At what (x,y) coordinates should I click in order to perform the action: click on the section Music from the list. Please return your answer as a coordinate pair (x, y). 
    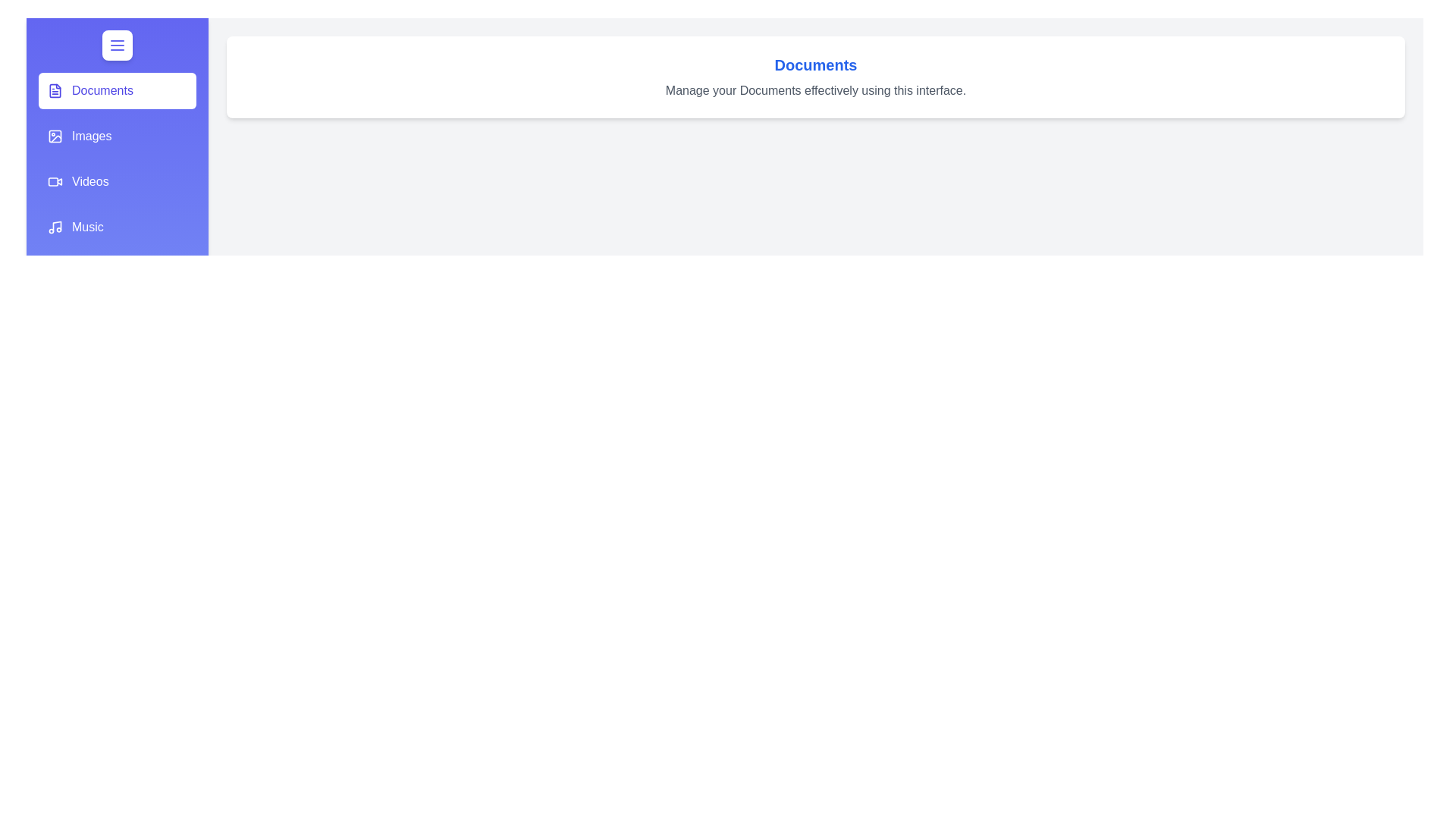
    Looking at the image, I should click on (116, 227).